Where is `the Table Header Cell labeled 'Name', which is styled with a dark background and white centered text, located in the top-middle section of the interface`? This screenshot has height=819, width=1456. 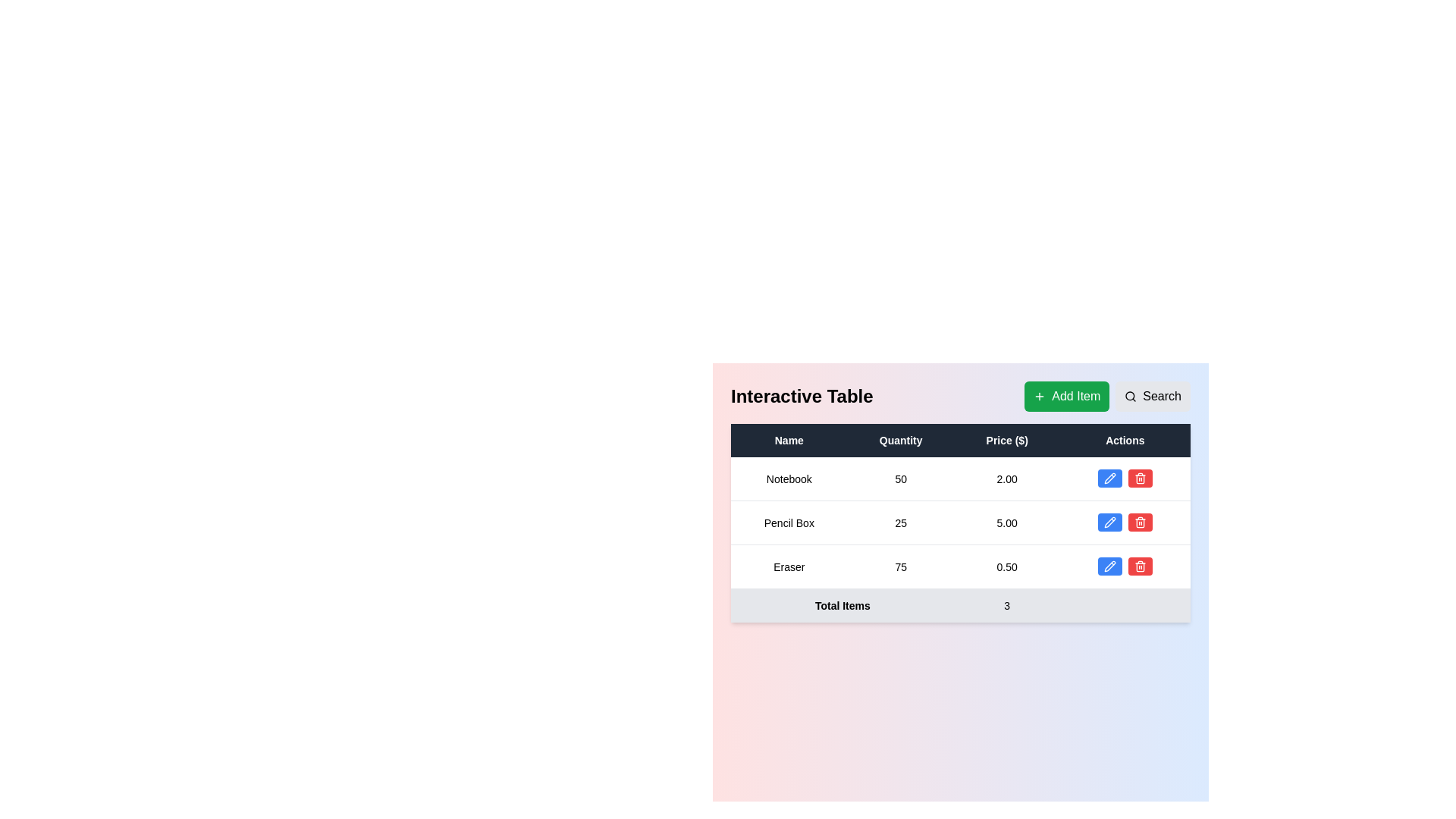
the Table Header Cell labeled 'Name', which is styled with a dark background and white centered text, located in the top-middle section of the interface is located at coordinates (789, 441).